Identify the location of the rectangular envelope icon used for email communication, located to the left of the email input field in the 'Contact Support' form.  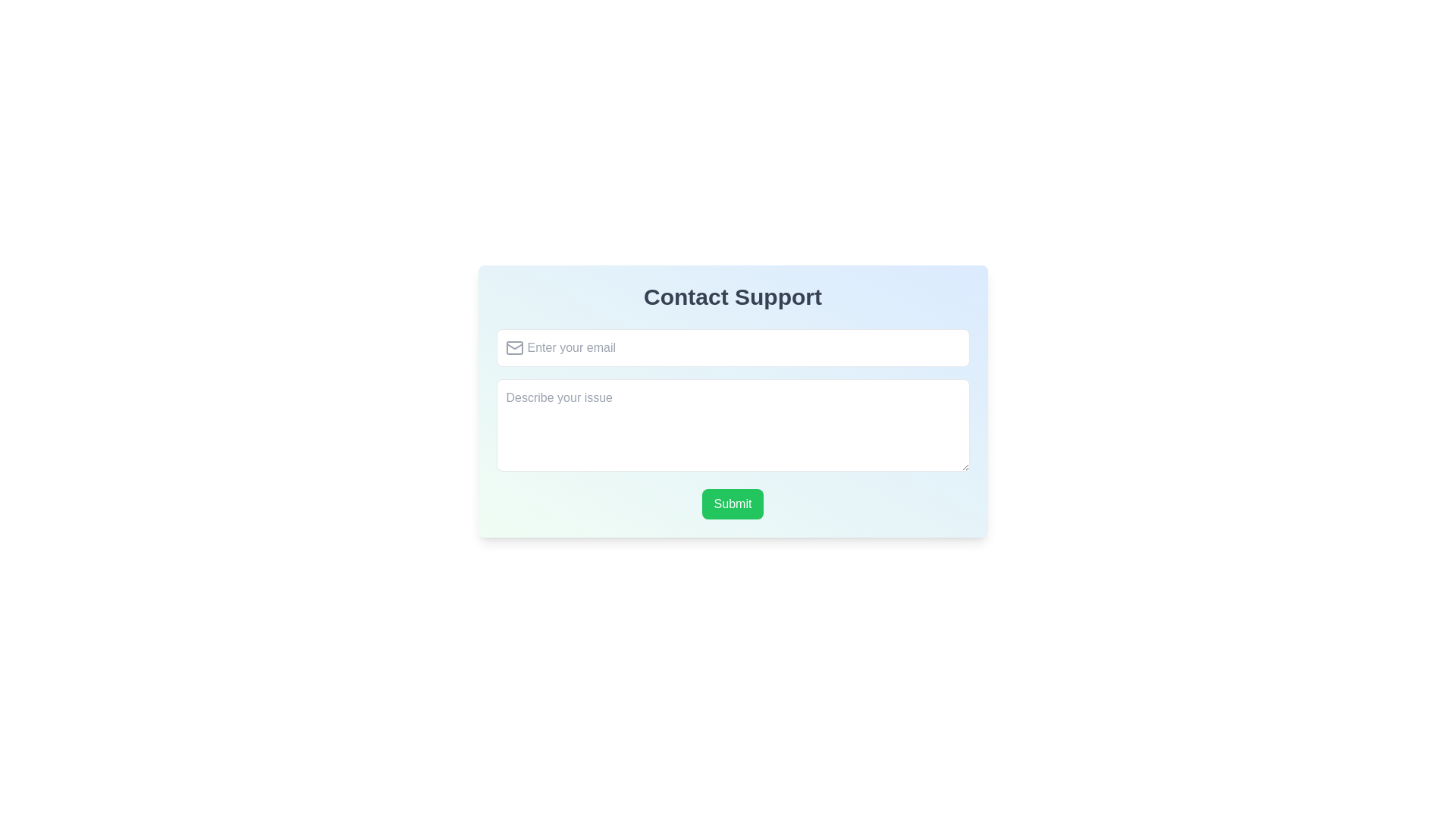
(514, 348).